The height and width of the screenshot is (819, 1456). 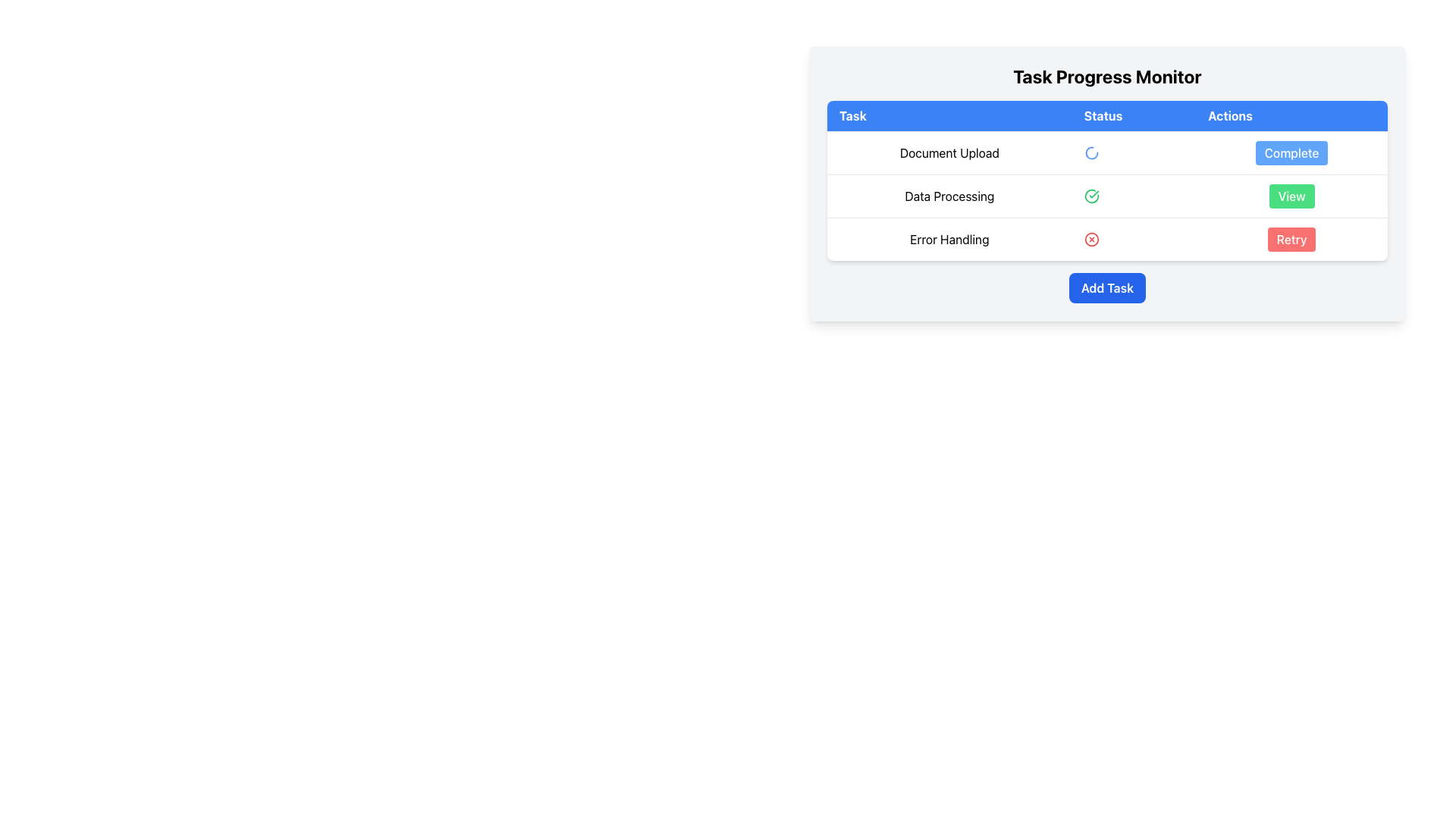 I want to click on the 'Add Task' button located below the task list in the 'Task Progress Monitor', so click(x=1107, y=288).